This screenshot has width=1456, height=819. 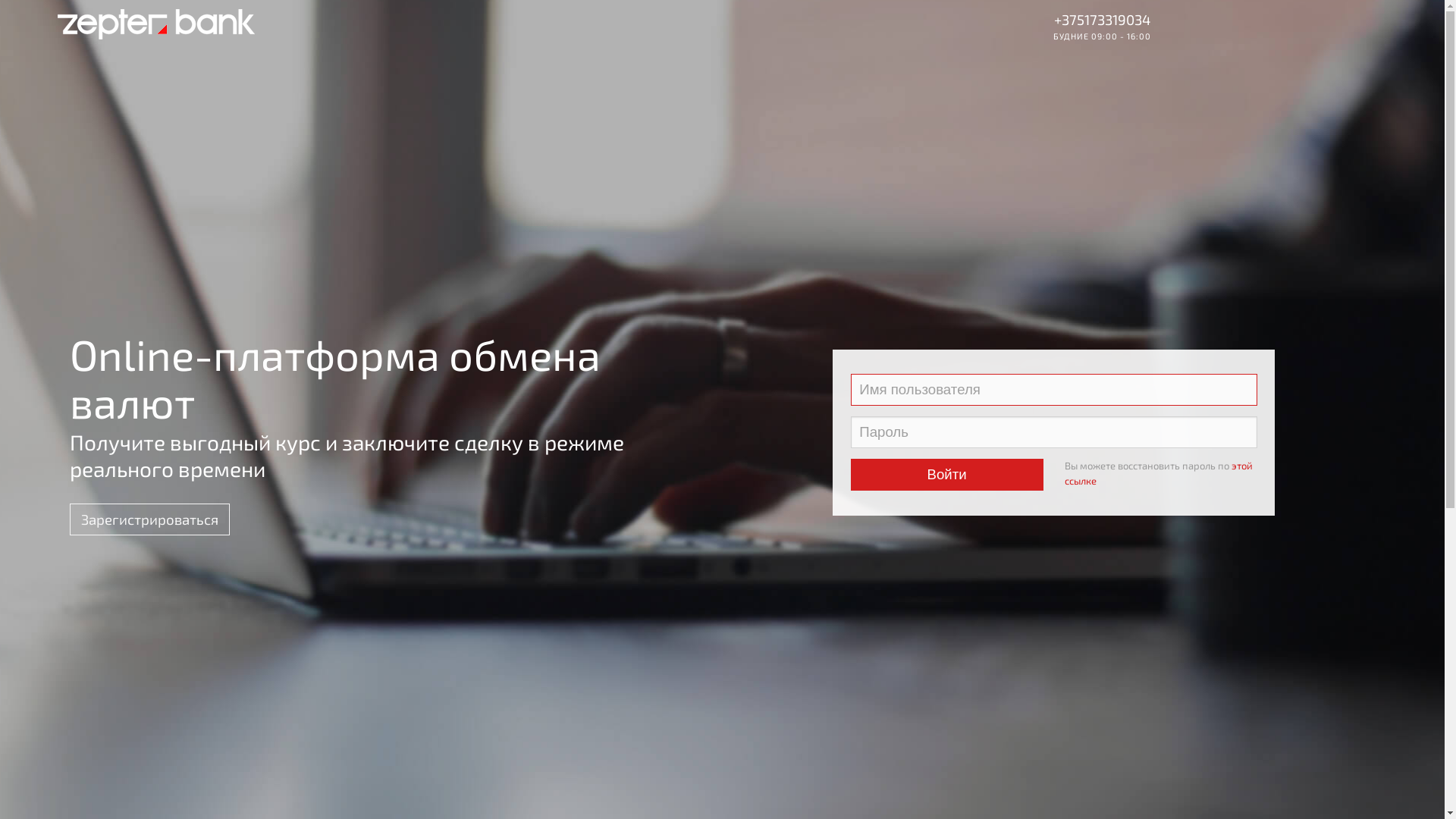 What do you see at coordinates (1102, 19) in the screenshot?
I see `'+375173319034'` at bounding box center [1102, 19].